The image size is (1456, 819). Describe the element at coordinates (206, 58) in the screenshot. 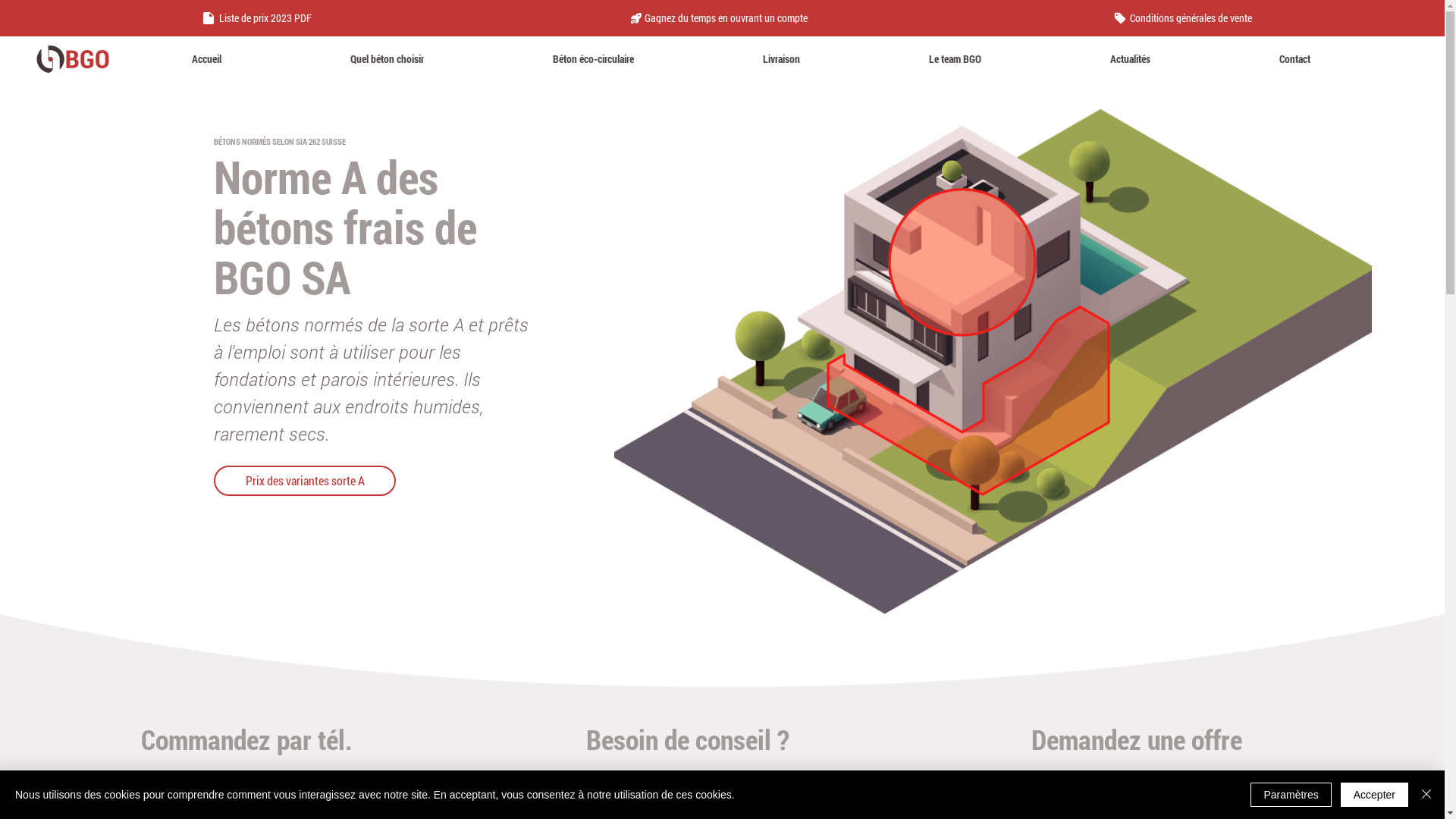

I see `'Accueil'` at that location.